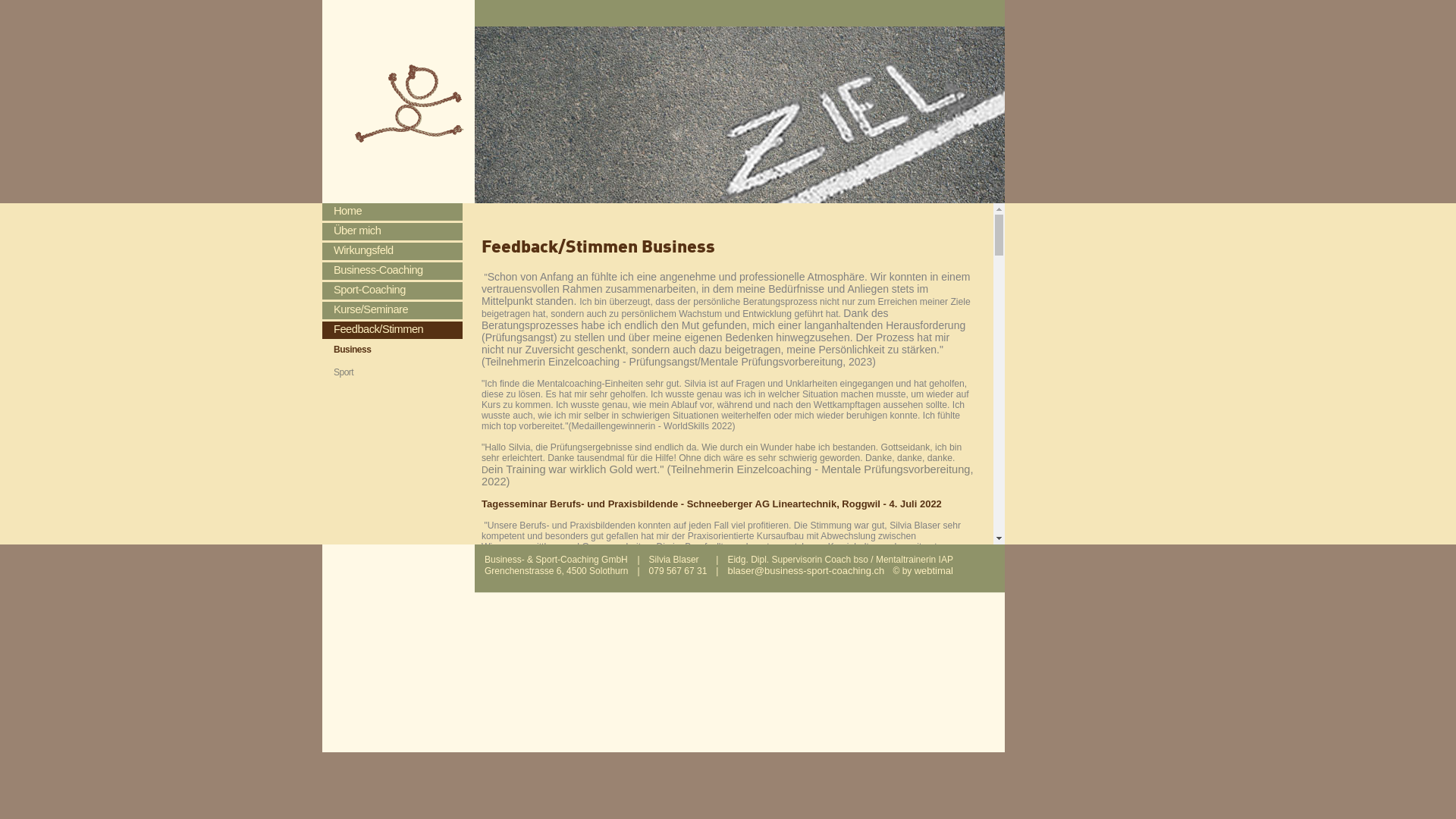 The height and width of the screenshot is (819, 1456). I want to click on 'Sport', so click(391, 373).